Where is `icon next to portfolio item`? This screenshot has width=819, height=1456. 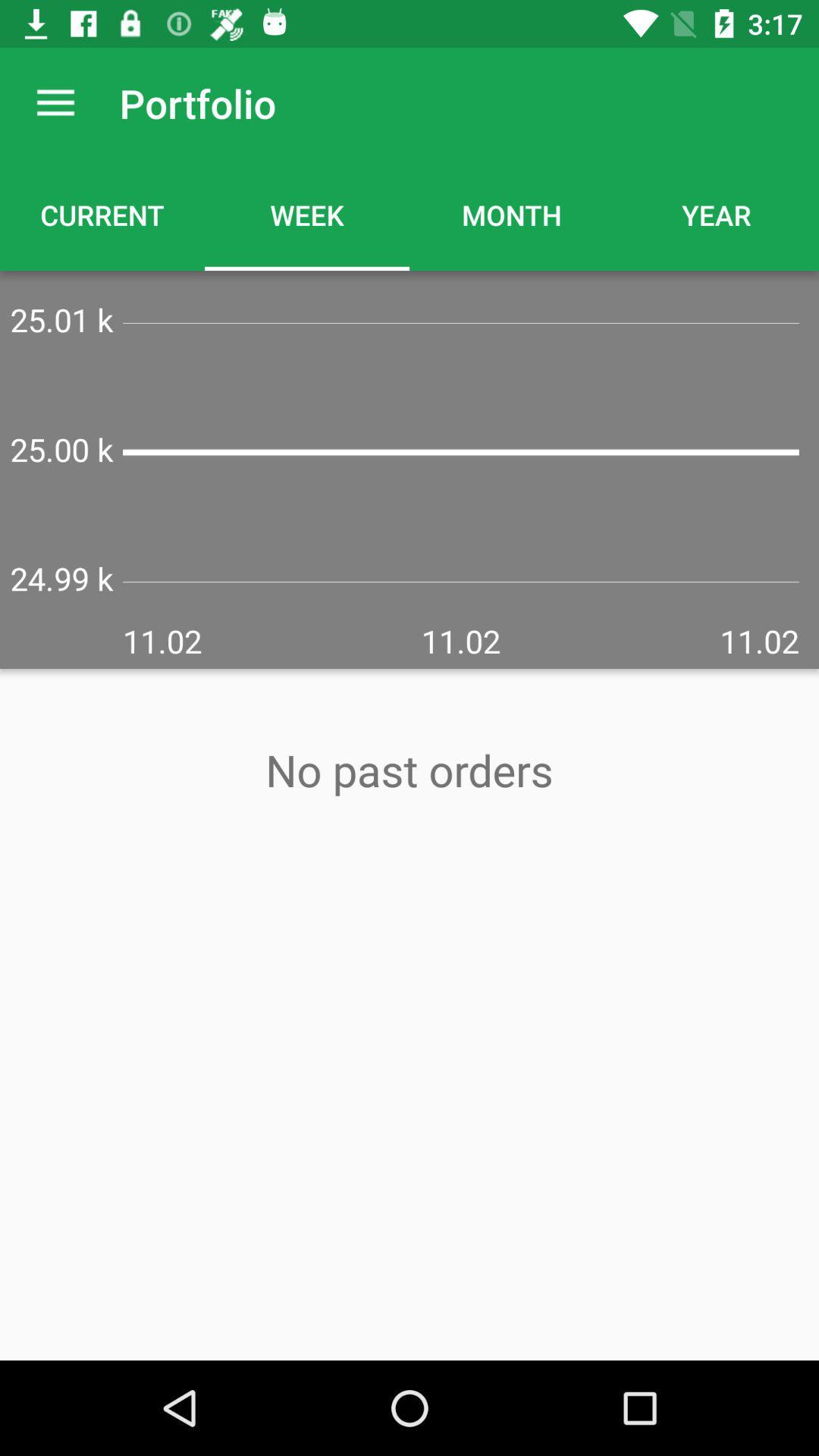
icon next to portfolio item is located at coordinates (55, 102).